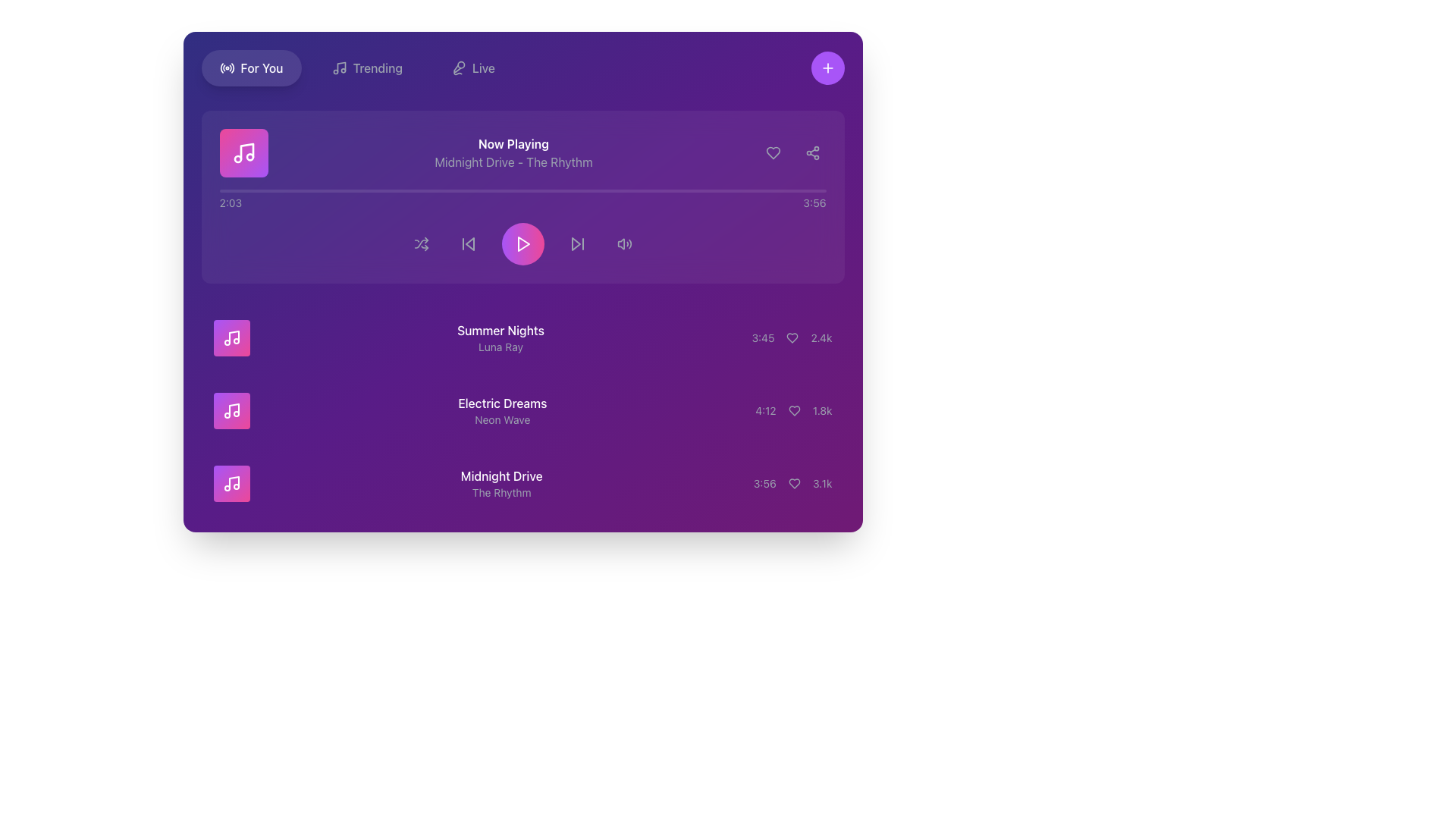 The width and height of the screenshot is (1456, 819). What do you see at coordinates (243, 152) in the screenshot?
I see `the music note icon, which has a white glyph on a pink` at bounding box center [243, 152].